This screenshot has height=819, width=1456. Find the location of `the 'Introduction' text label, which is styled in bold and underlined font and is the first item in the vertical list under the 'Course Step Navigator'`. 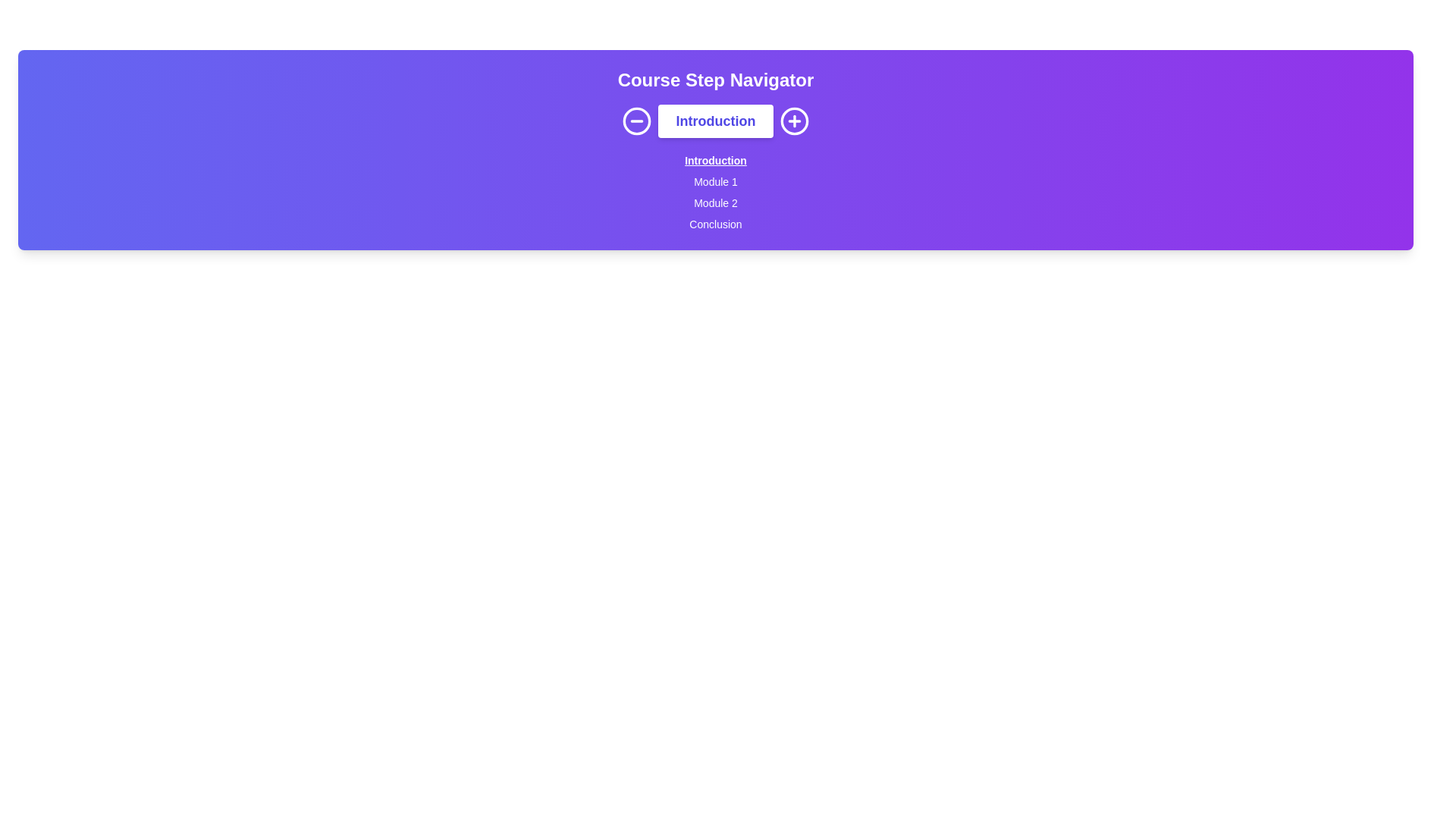

the 'Introduction' text label, which is styled in bold and underlined font and is the first item in the vertical list under the 'Course Step Navigator' is located at coordinates (715, 158).